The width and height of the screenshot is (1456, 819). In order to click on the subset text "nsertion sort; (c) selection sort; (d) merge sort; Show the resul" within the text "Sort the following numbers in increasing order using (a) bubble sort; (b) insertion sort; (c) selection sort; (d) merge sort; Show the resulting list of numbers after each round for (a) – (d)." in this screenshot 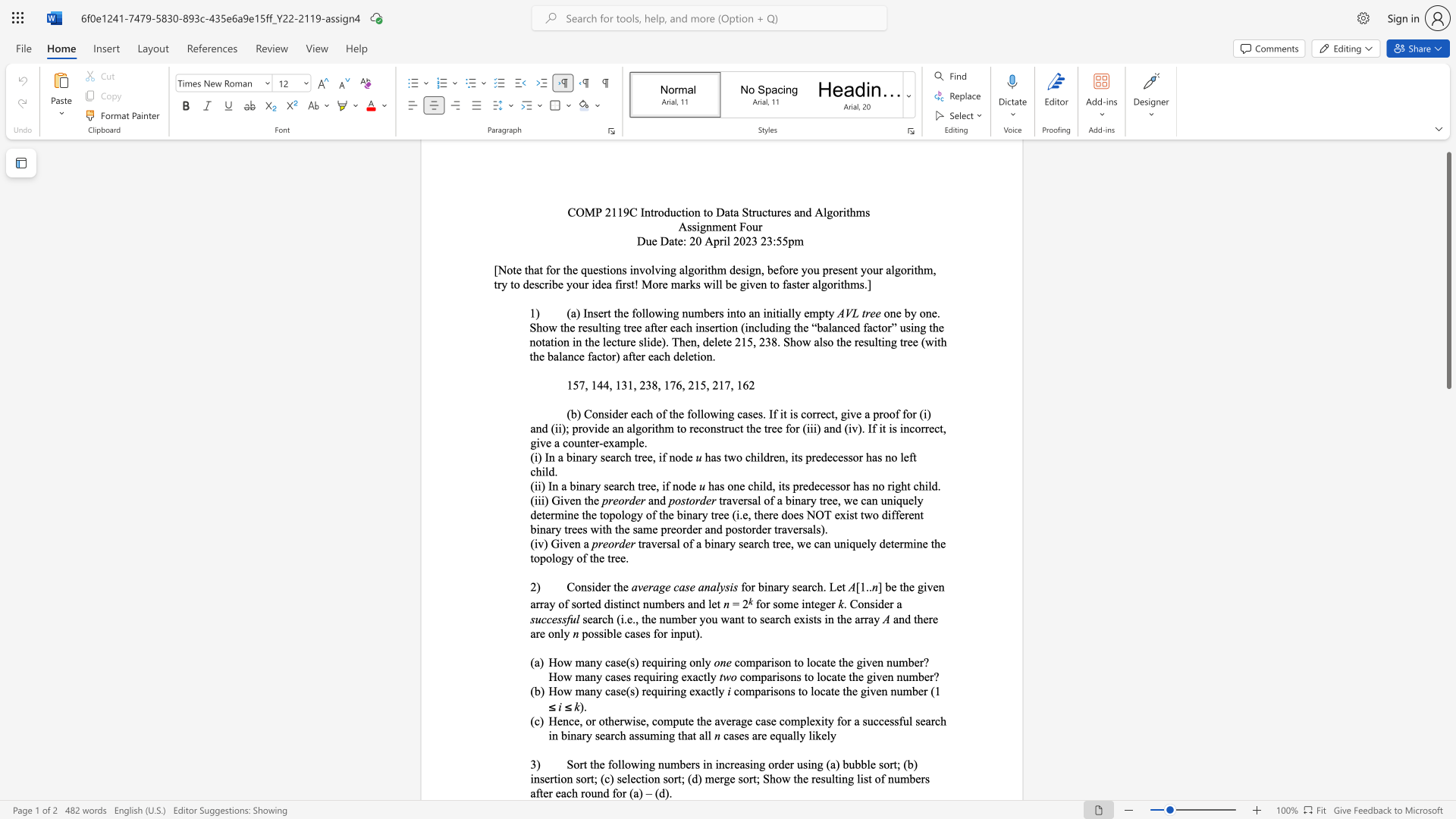, I will do `click(533, 779)`.